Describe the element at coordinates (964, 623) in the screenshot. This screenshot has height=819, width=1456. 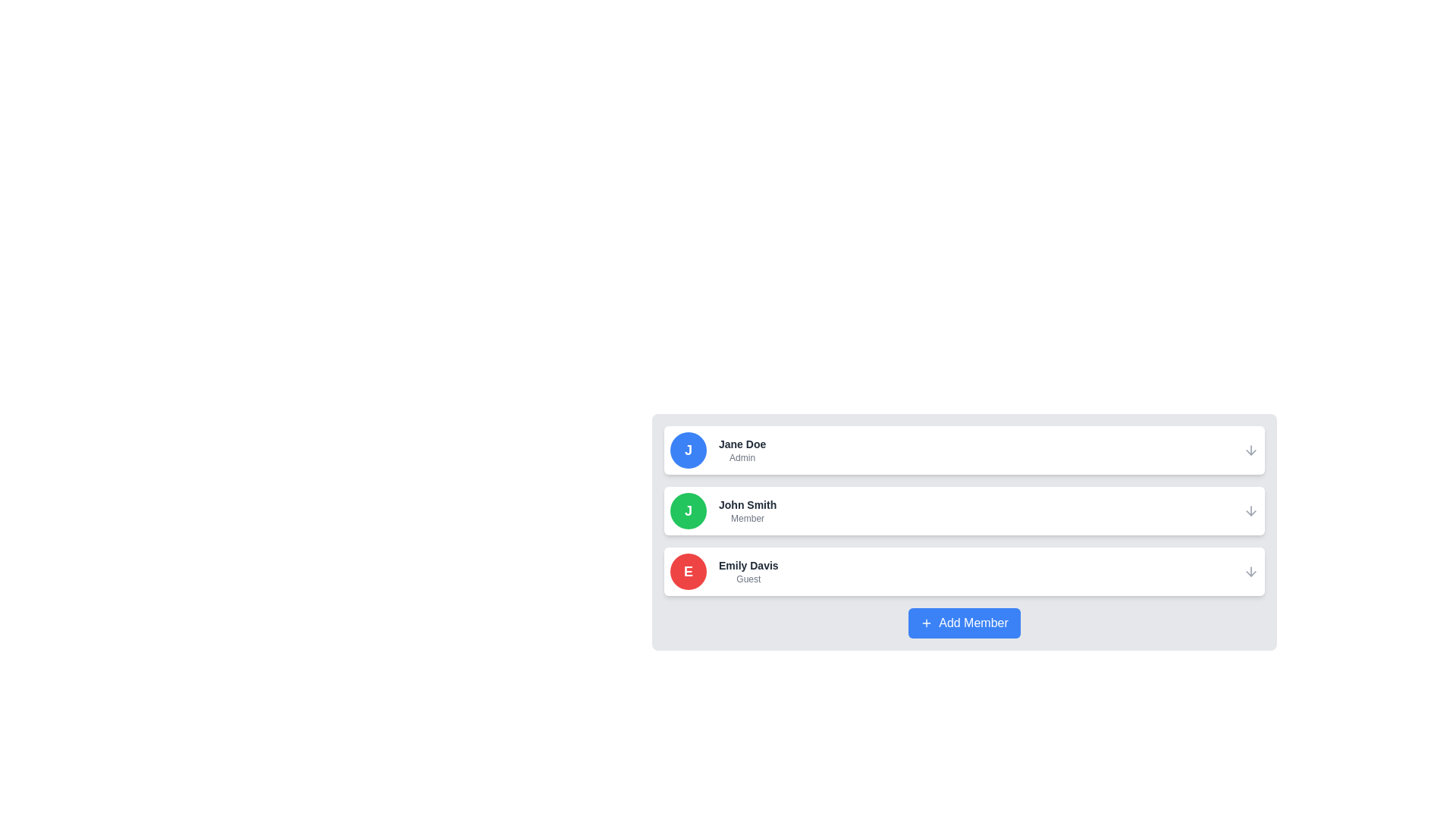
I see `the 'Add Member' button, which is a rectangular button with a blue background, rounded corners, and white text` at that location.